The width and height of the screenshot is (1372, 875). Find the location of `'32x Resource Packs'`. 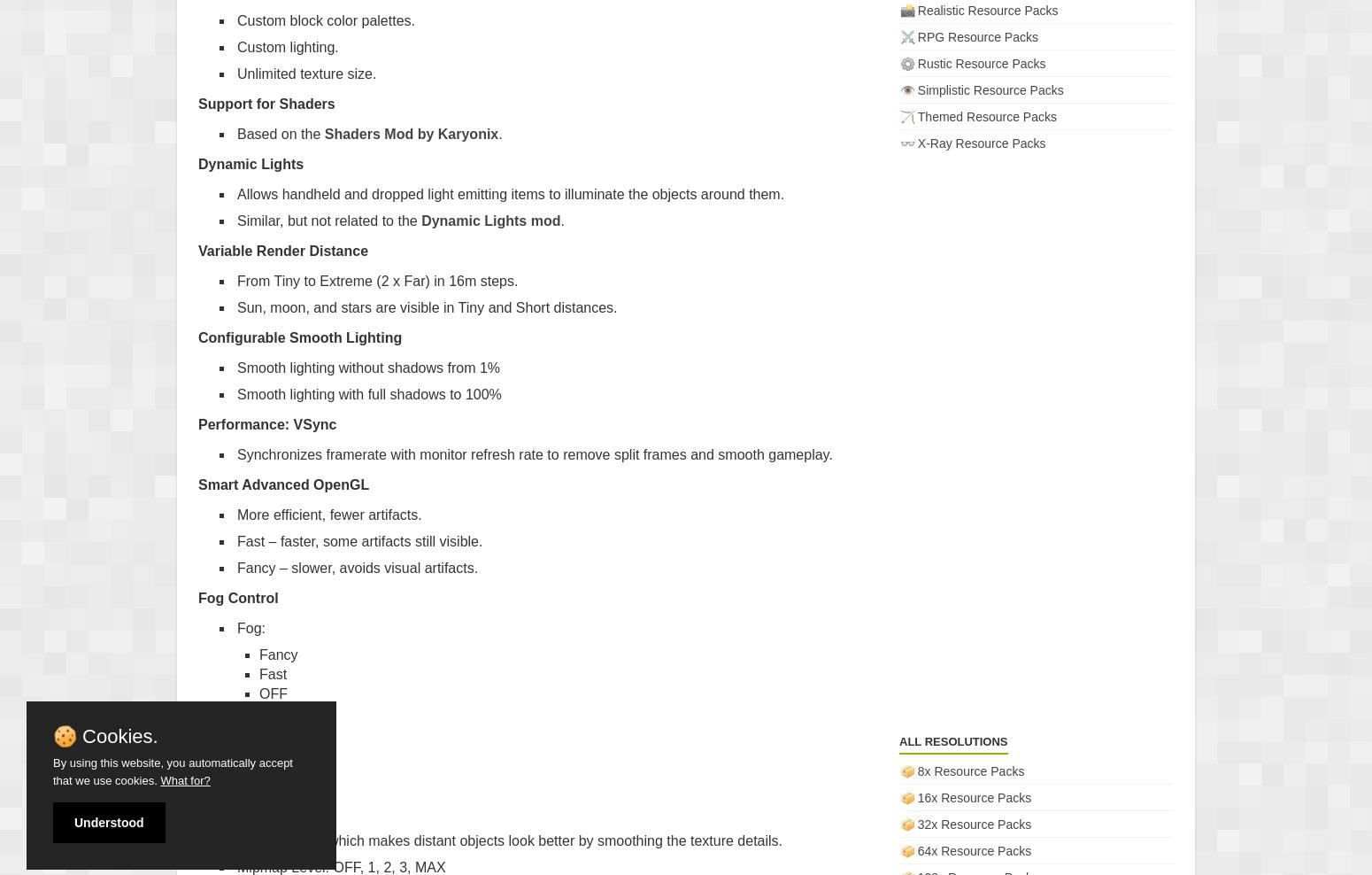

'32x Resource Packs' is located at coordinates (973, 824).